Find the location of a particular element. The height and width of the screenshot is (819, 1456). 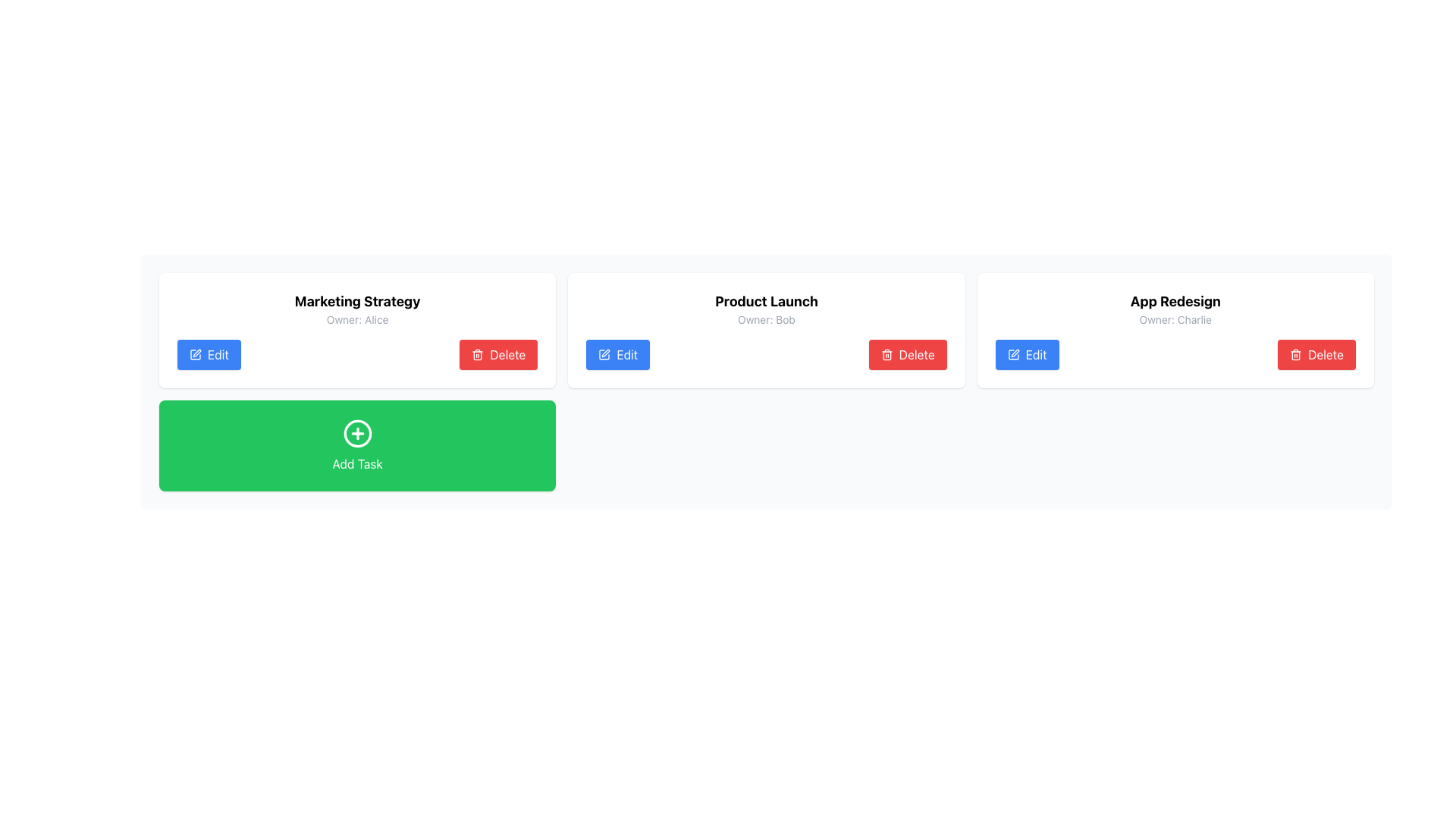

the 'Delete' button which contains the delete icon, located within the 'App Redesign' card is located at coordinates (1294, 354).